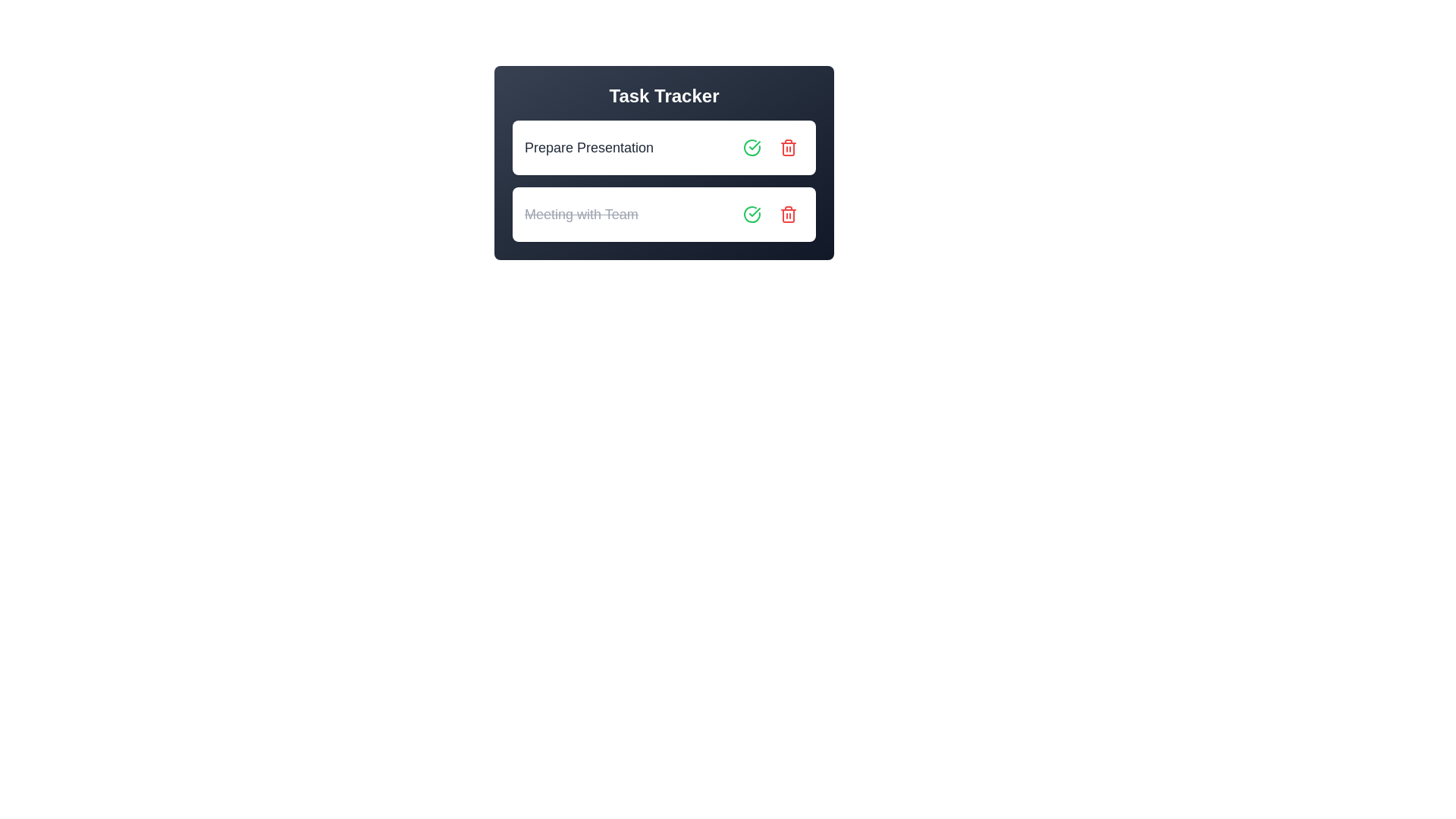 The image size is (1456, 819). Describe the element at coordinates (580, 214) in the screenshot. I see `the text label displaying 'Meeting with Team', which is marked as completed with a strikethrough pattern and appears in gray color` at that location.